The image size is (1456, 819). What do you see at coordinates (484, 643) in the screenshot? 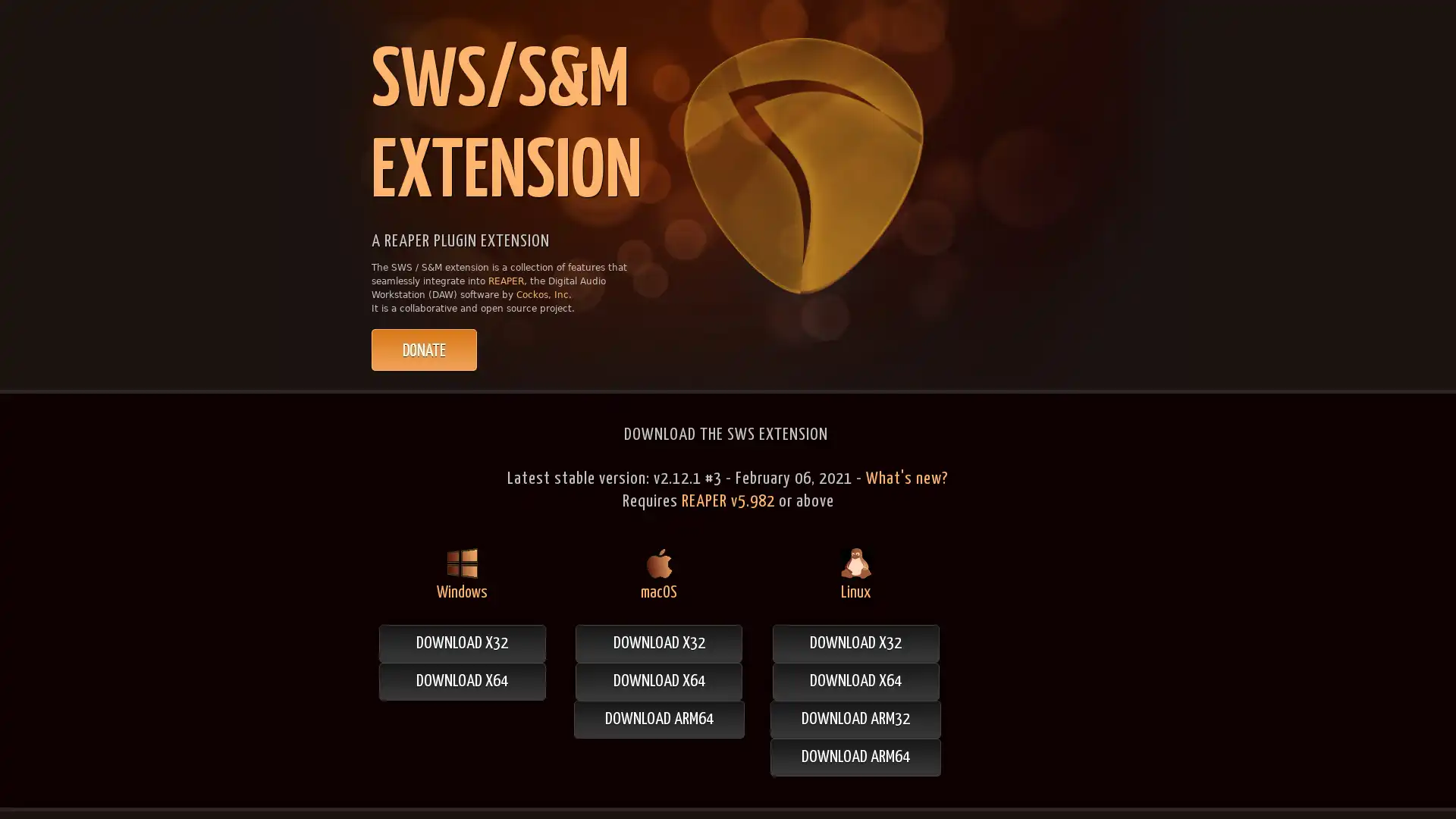
I see `DOWNLOAD X32` at bounding box center [484, 643].